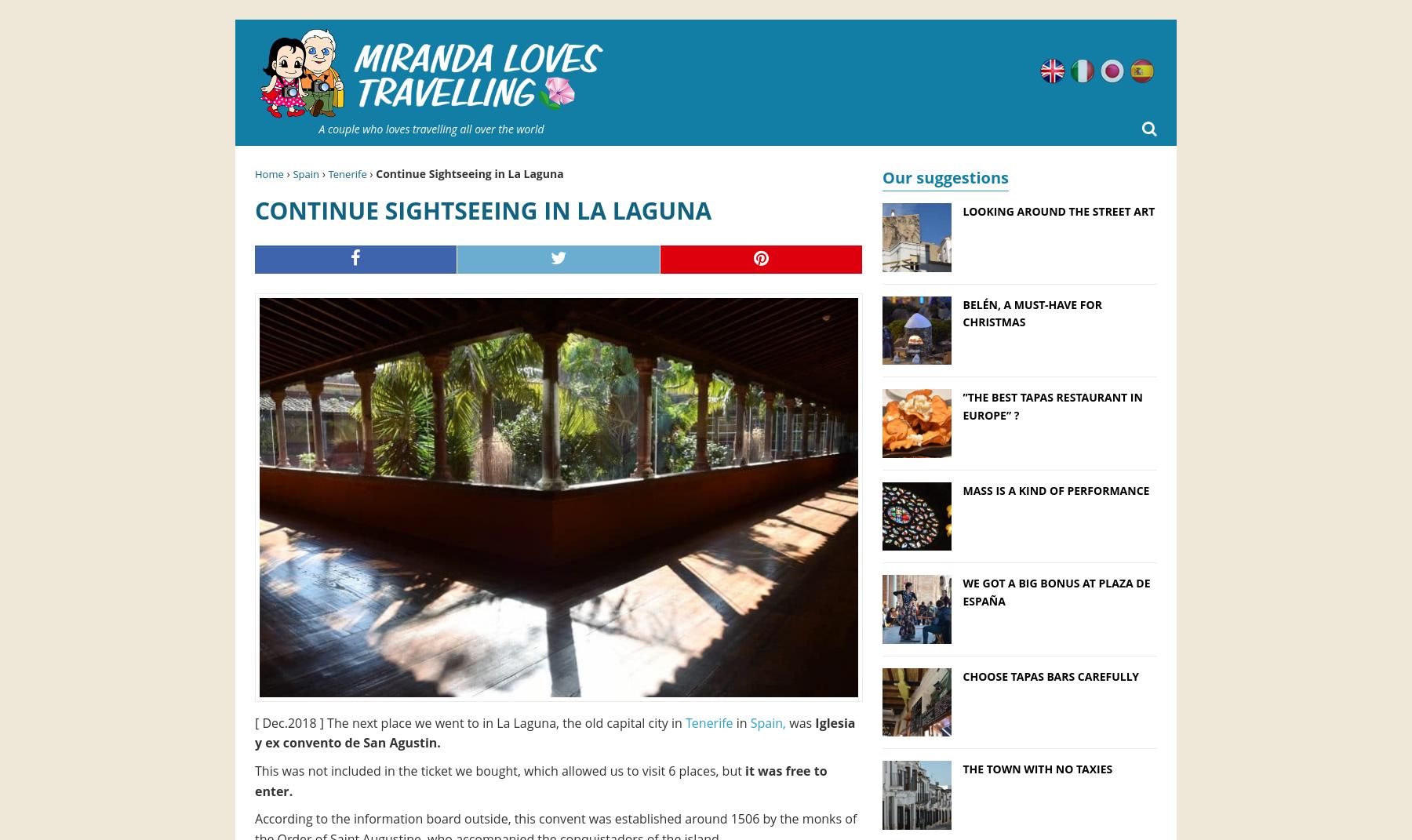 The image size is (1412, 840). Describe the element at coordinates (306, 173) in the screenshot. I see `'Spain'` at that location.